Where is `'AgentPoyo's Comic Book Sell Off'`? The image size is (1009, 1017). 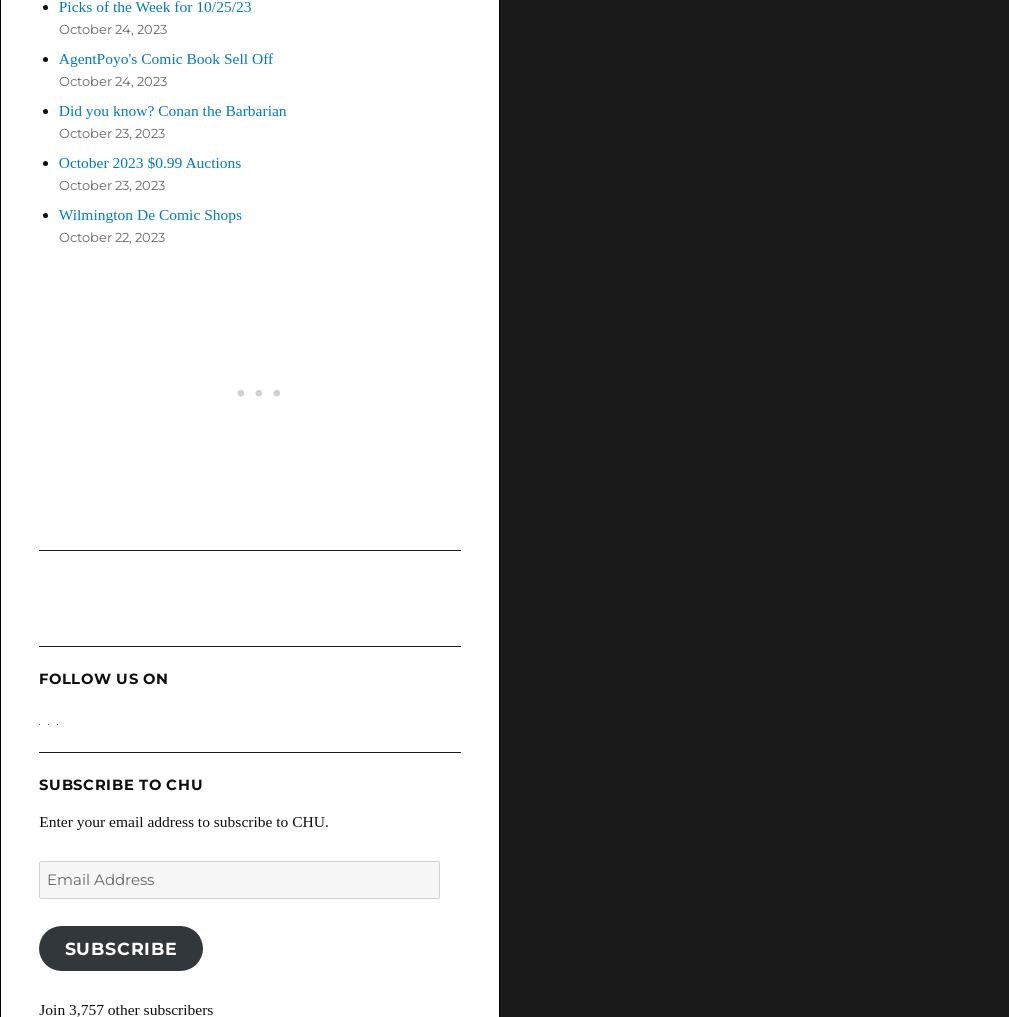 'AgentPoyo's Comic Book Sell Off' is located at coordinates (164, 56).